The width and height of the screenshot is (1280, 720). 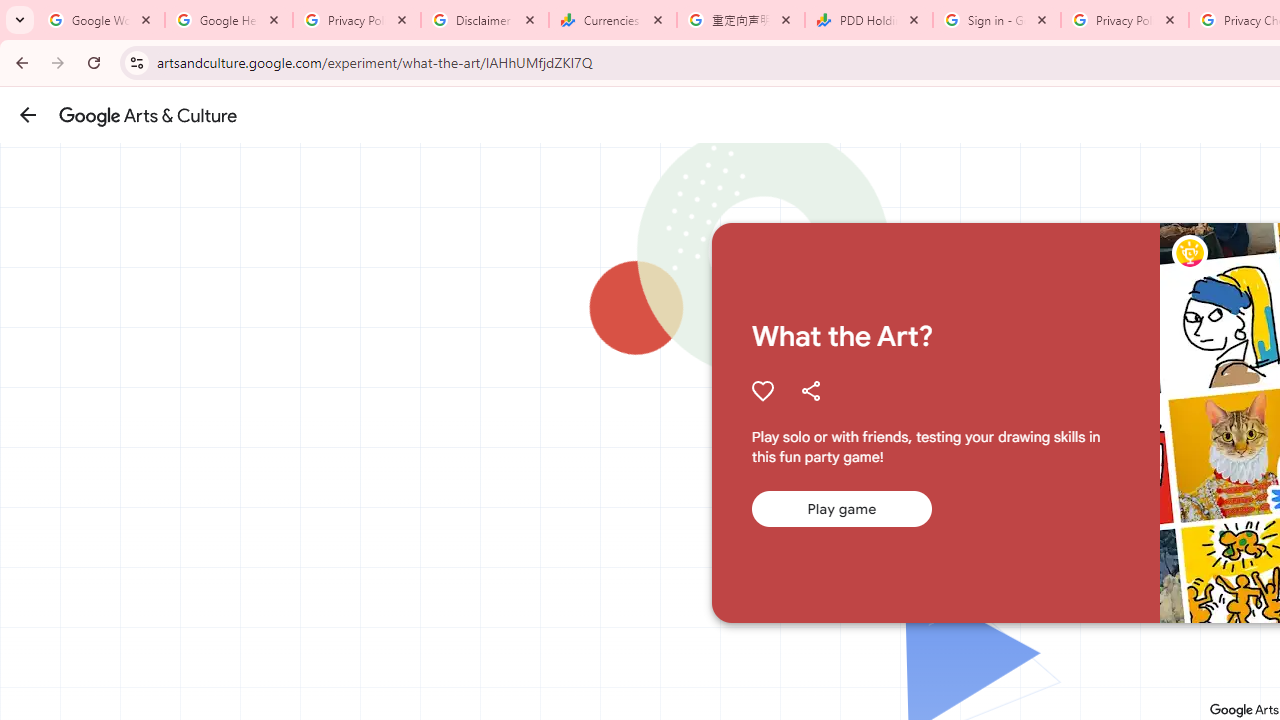 I want to click on 'Sign in - Google Accounts', so click(x=997, y=20).